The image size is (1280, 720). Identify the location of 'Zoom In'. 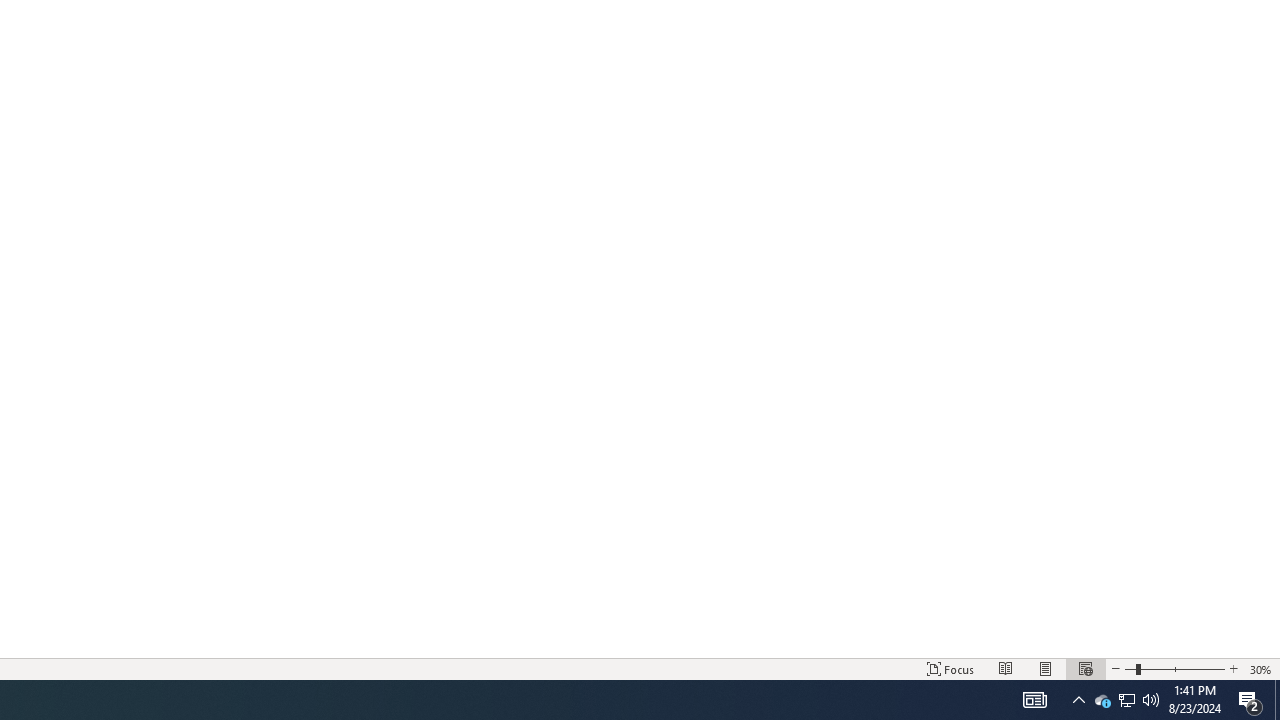
(1232, 669).